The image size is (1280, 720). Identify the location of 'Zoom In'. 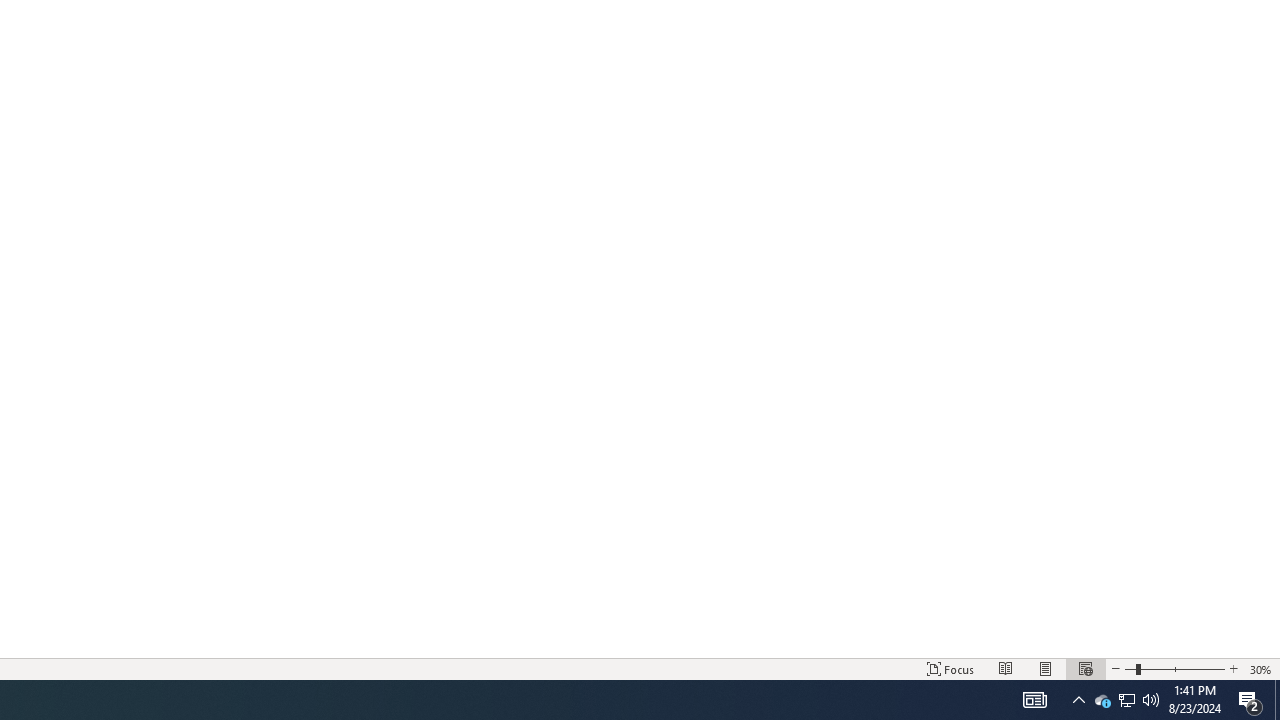
(1232, 669).